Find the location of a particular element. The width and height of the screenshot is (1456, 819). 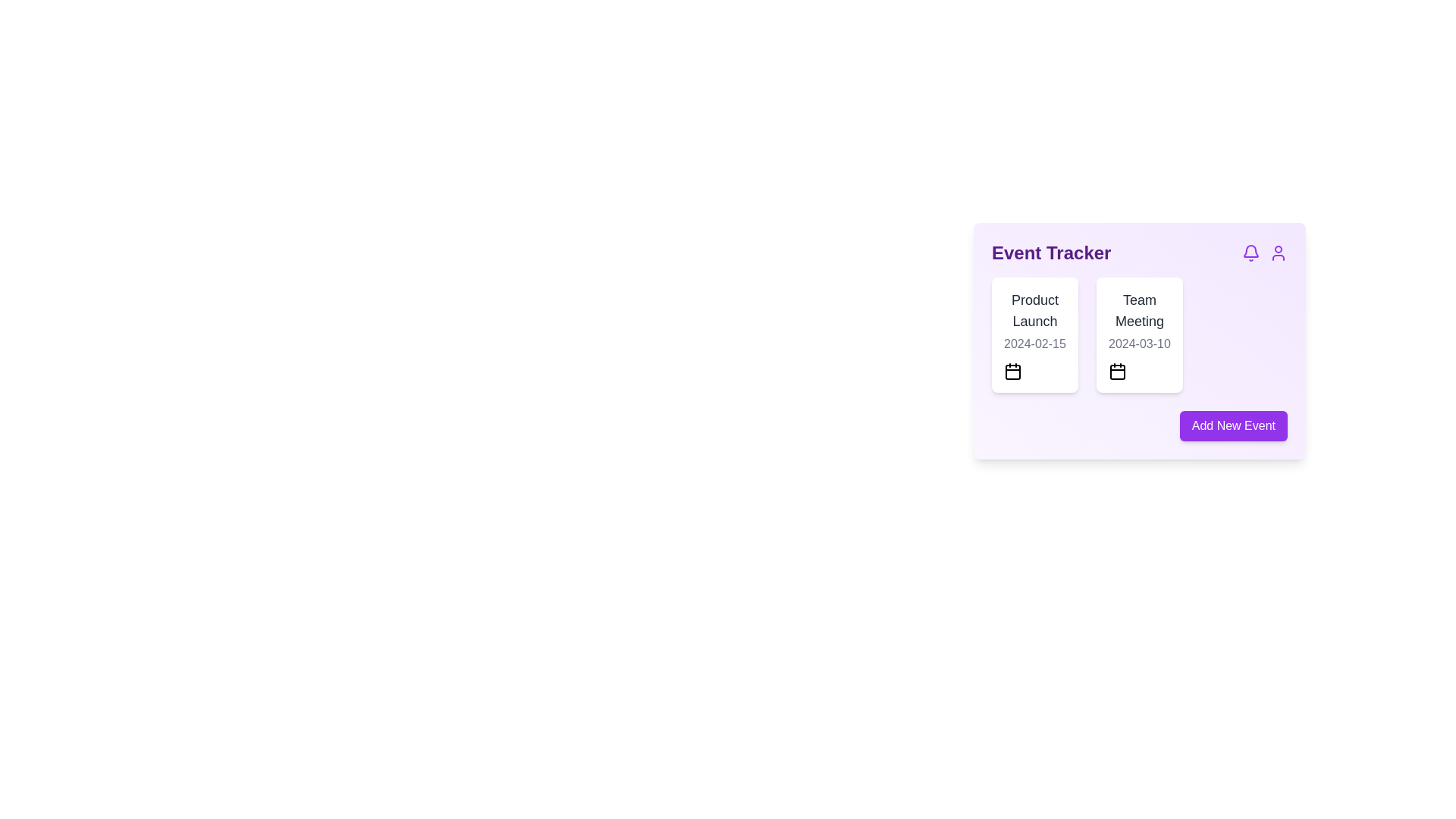

the Text label displaying the date below the 'Product Launch' event name is located at coordinates (1034, 344).